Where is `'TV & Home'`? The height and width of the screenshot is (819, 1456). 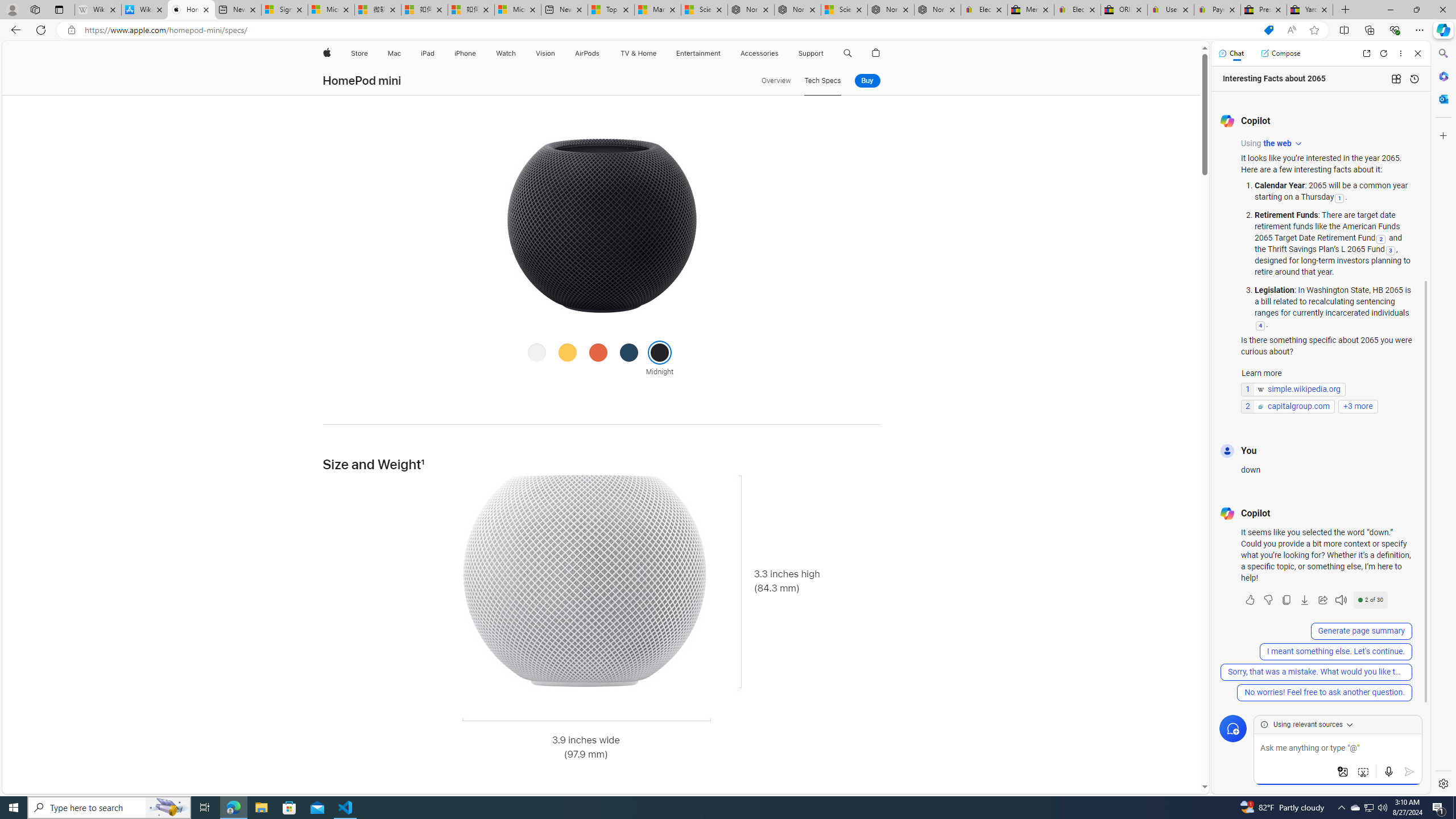 'TV & Home' is located at coordinates (638, 53).